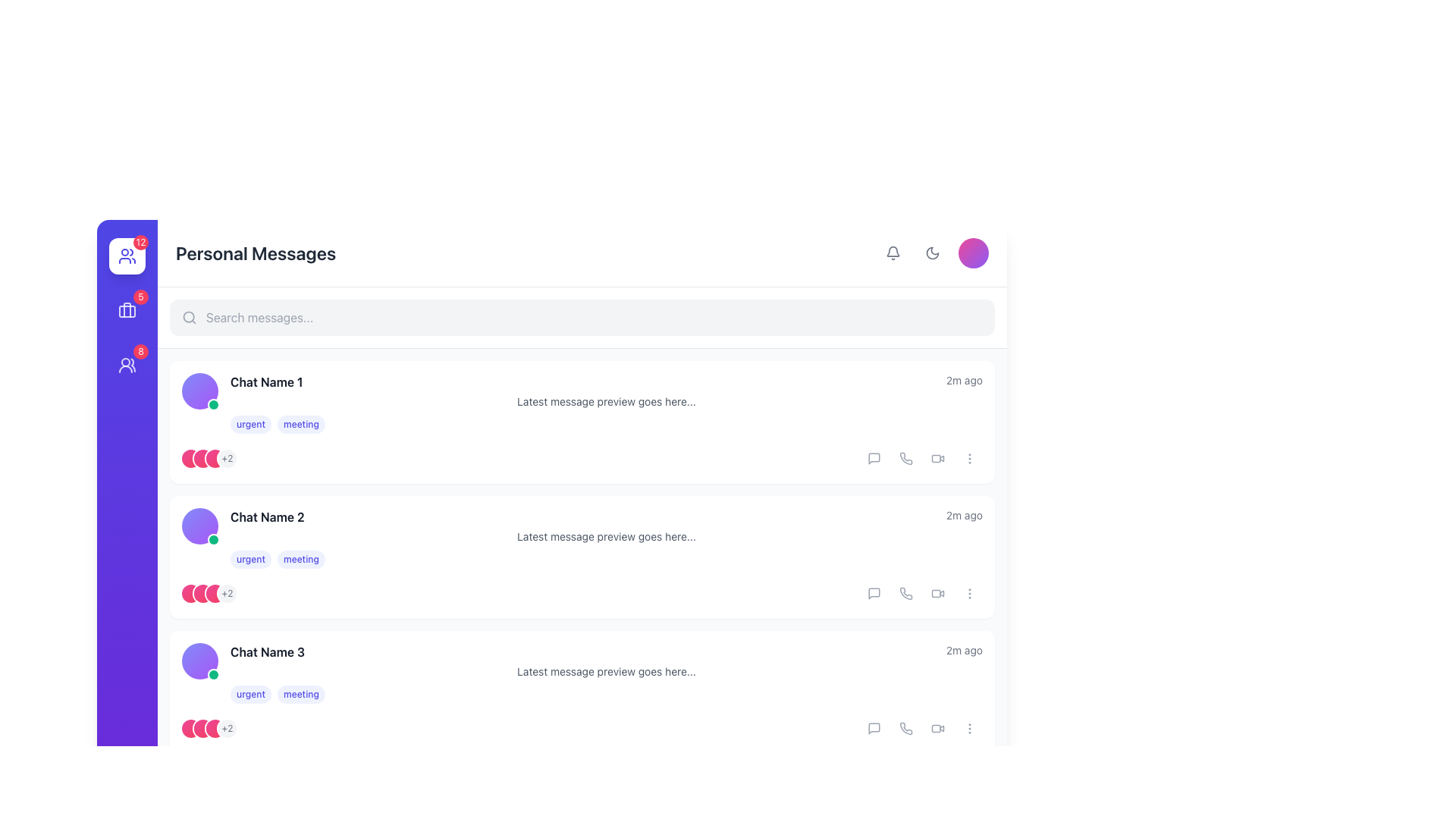  I want to click on the third chat entry in the vertical list, so click(607, 672).